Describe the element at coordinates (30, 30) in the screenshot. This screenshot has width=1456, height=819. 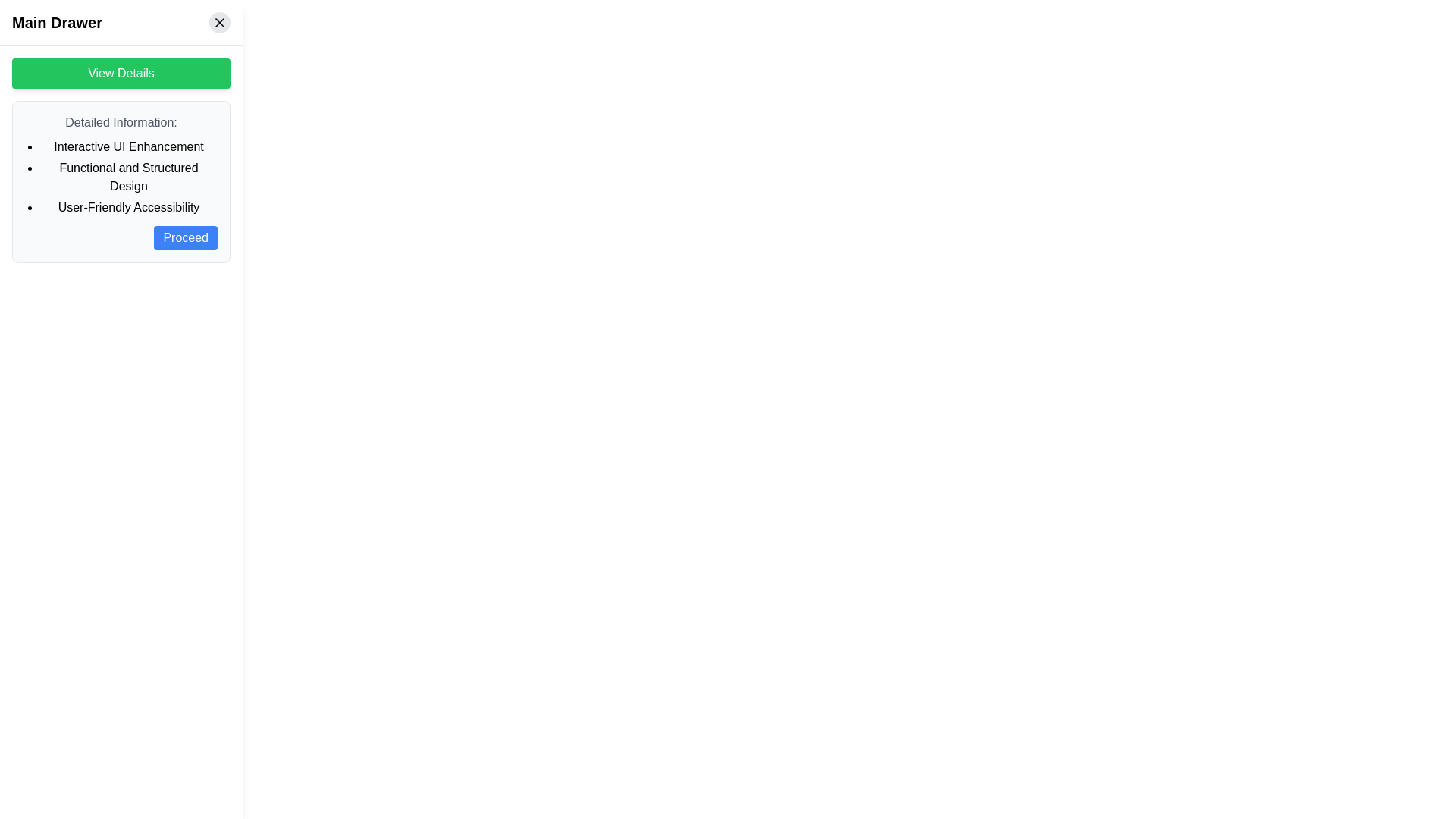
I see `the menu button located in the top-left corner of the interface, aligned with the 'Main Drawer' title, to trigger hover effects` at that location.